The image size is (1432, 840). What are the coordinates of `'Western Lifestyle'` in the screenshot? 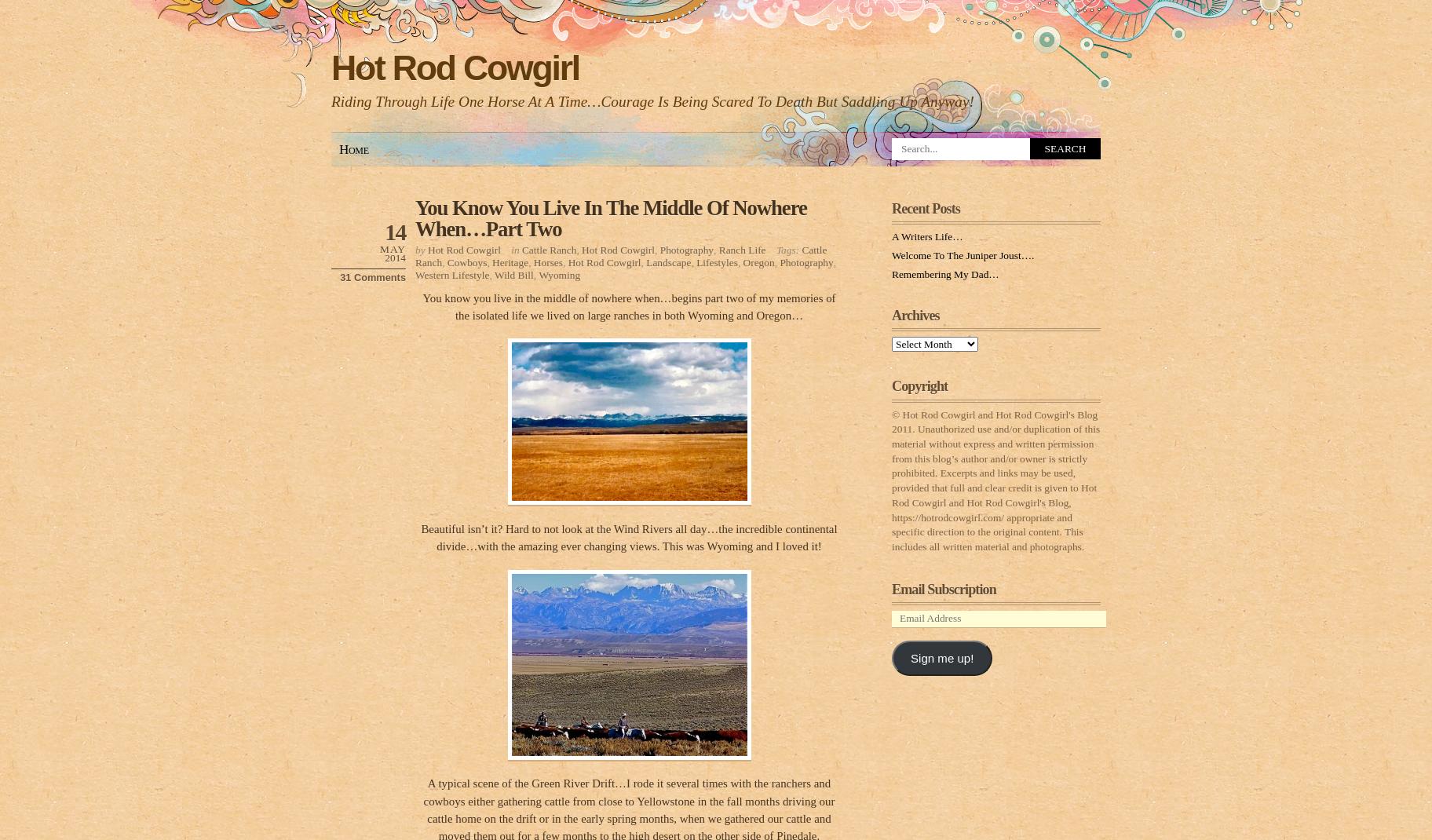 It's located at (451, 274).